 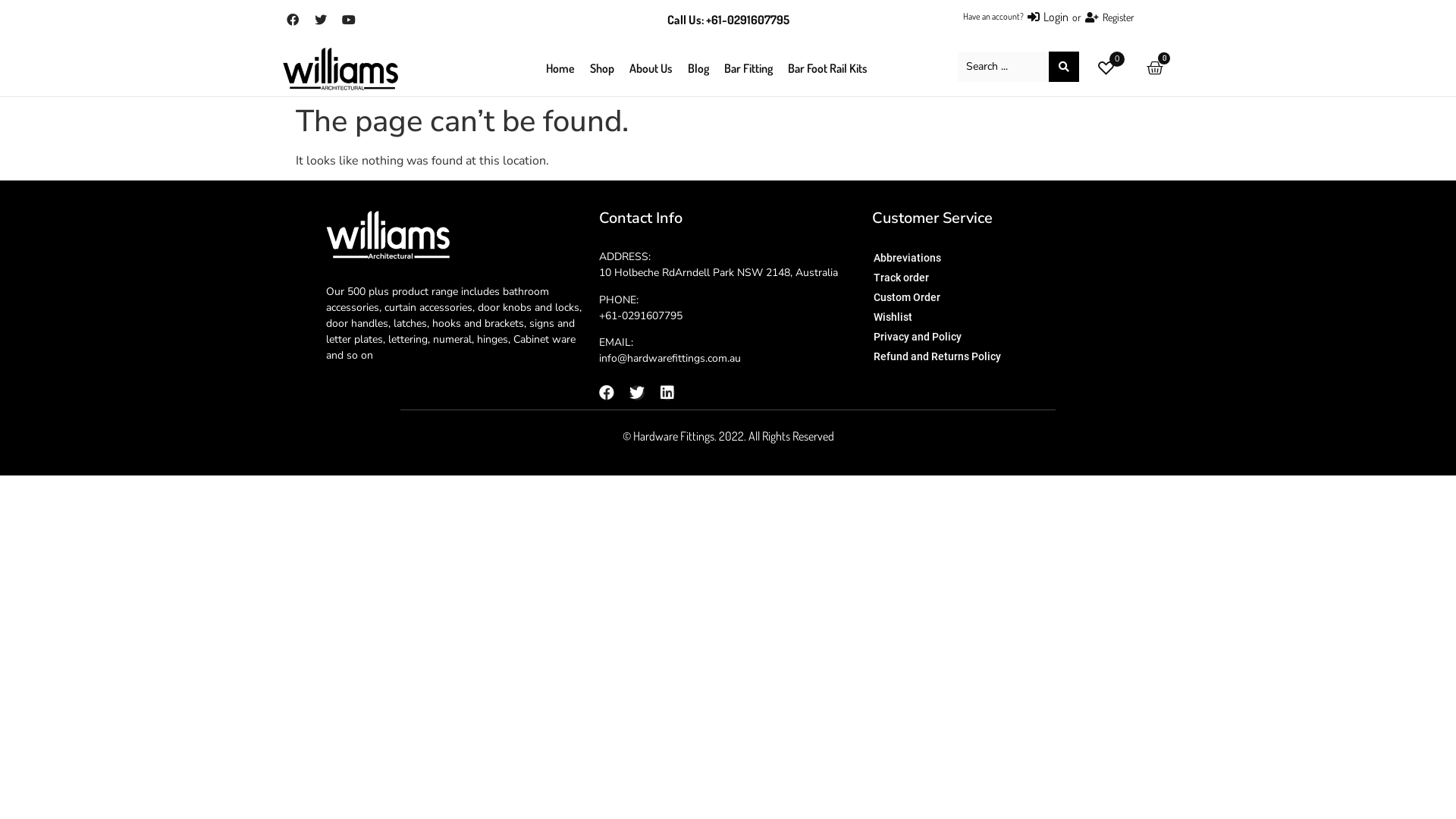 I want to click on 'Bar Foot Rail Kits', so click(x=827, y=66).